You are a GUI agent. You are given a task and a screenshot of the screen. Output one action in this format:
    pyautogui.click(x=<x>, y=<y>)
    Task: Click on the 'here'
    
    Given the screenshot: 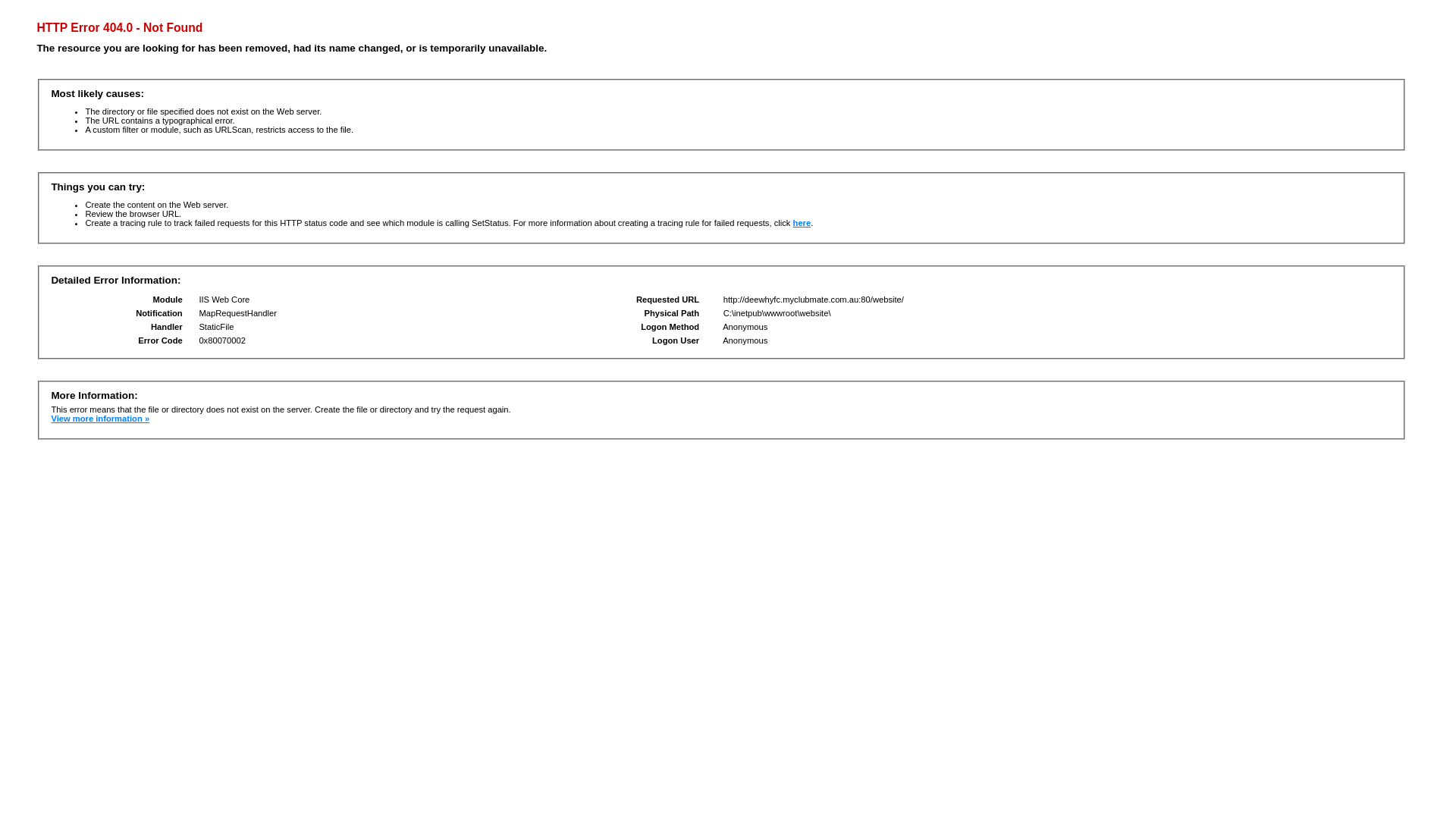 What is the action you would take?
    pyautogui.click(x=801, y=222)
    